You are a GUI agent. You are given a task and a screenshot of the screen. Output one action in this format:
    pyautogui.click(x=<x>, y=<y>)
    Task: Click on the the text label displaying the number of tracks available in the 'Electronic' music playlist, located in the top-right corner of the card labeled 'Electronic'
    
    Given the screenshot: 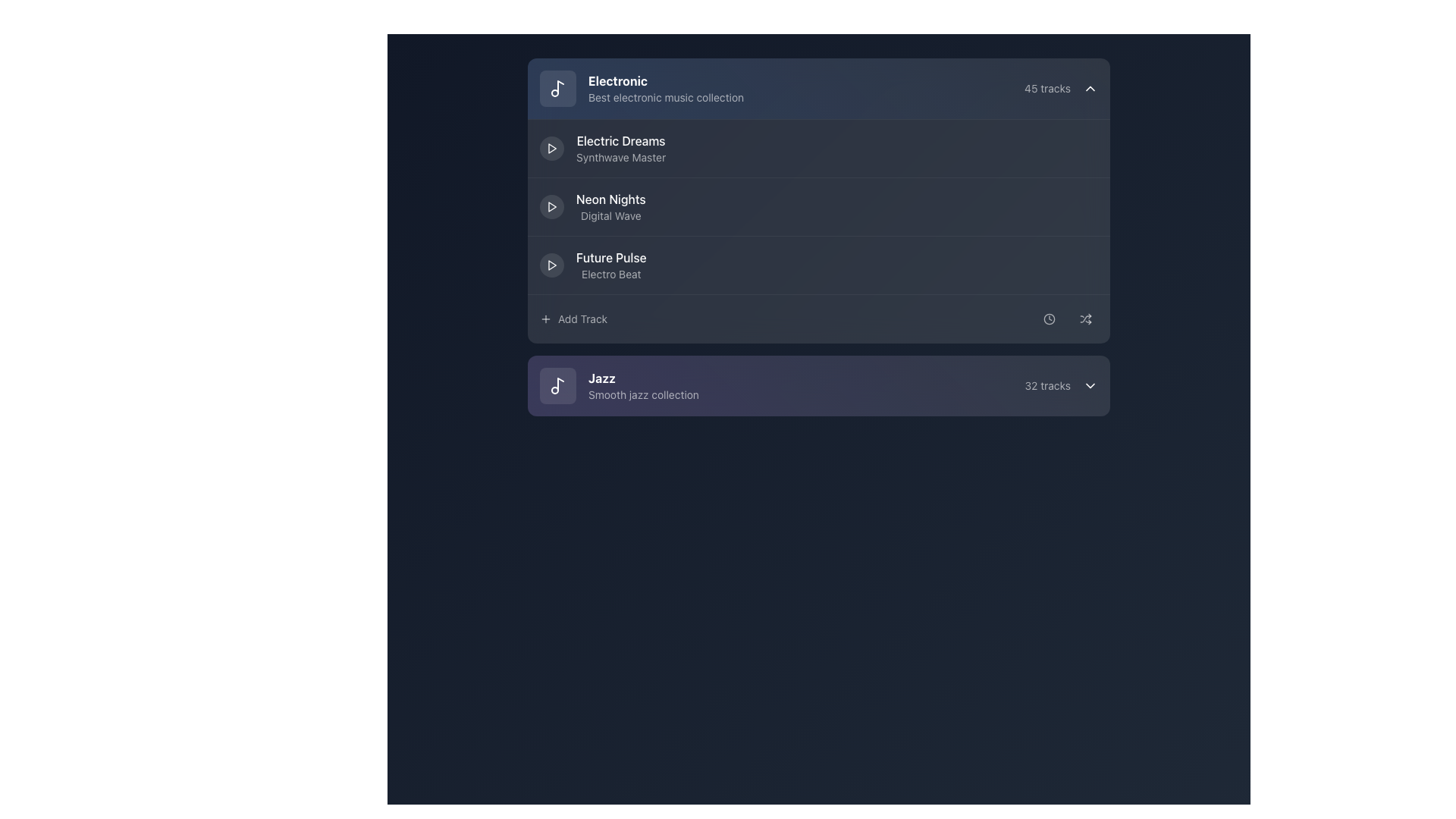 What is the action you would take?
    pyautogui.click(x=1046, y=88)
    